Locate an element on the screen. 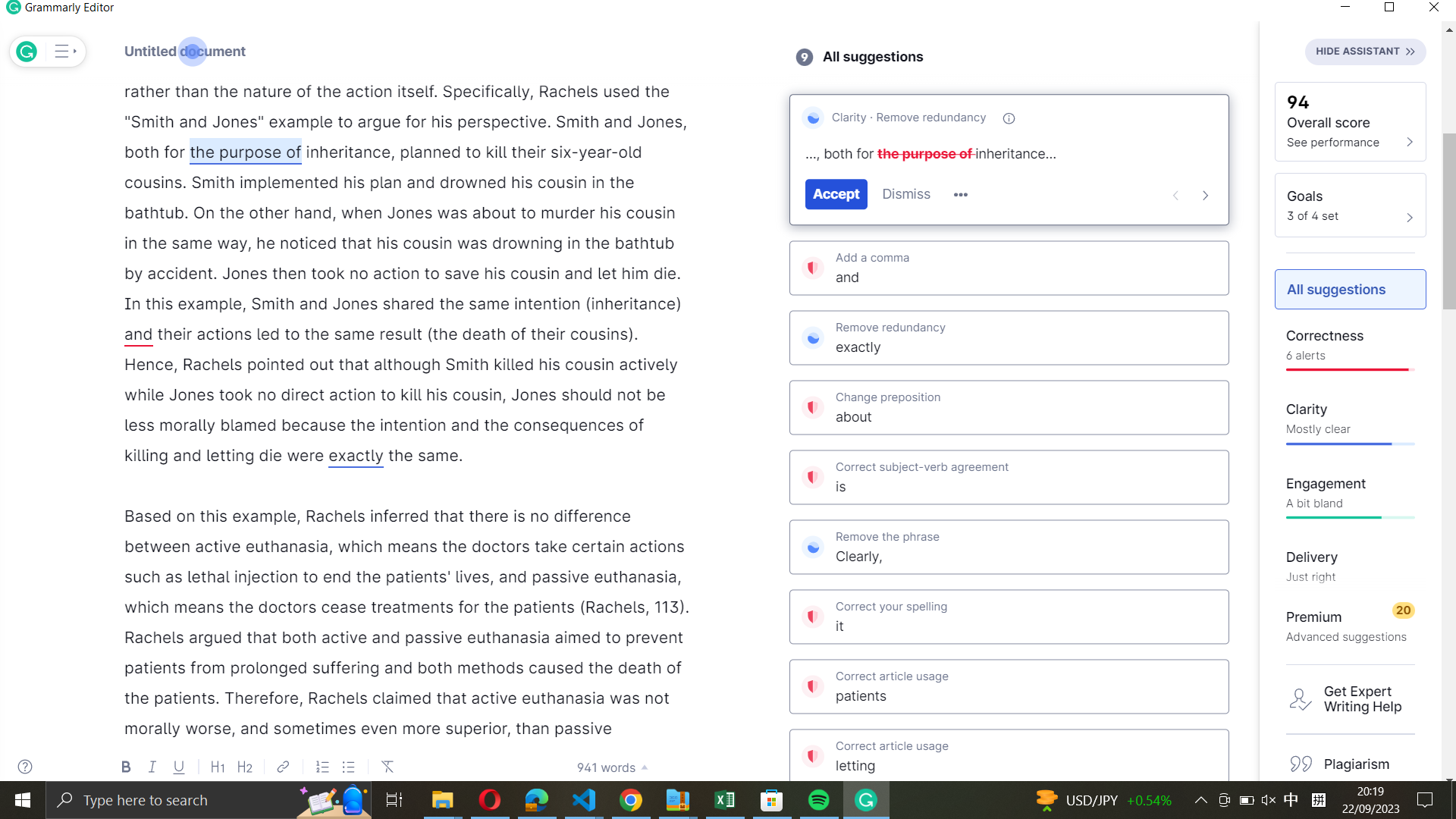  the "see_goals" feature is located at coordinates (1350, 203).